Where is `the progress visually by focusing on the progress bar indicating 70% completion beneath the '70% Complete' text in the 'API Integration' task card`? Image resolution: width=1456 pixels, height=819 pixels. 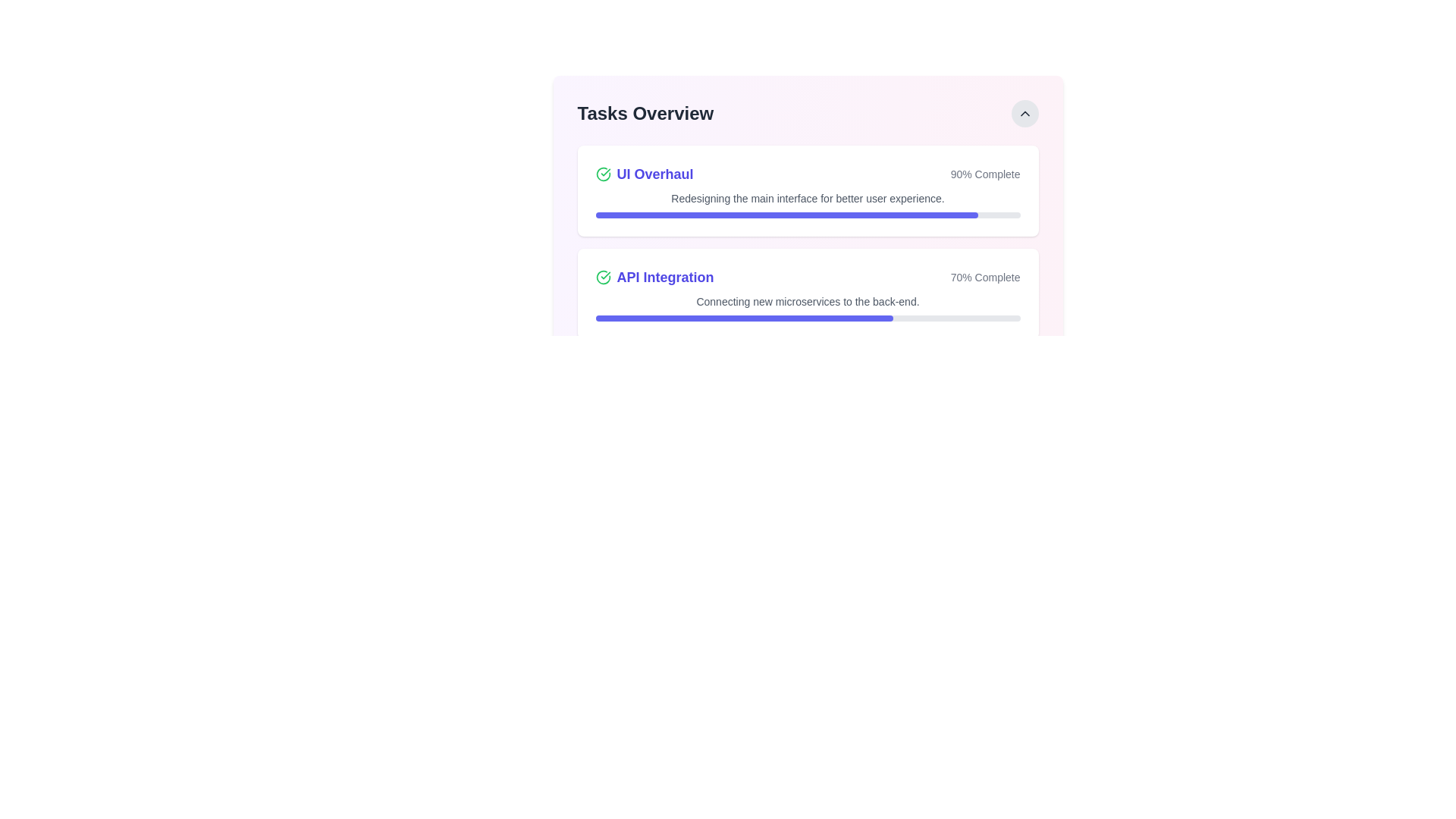
the progress visually by focusing on the progress bar indicating 70% completion beneath the '70% Complete' text in the 'API Integration' task card is located at coordinates (807, 318).